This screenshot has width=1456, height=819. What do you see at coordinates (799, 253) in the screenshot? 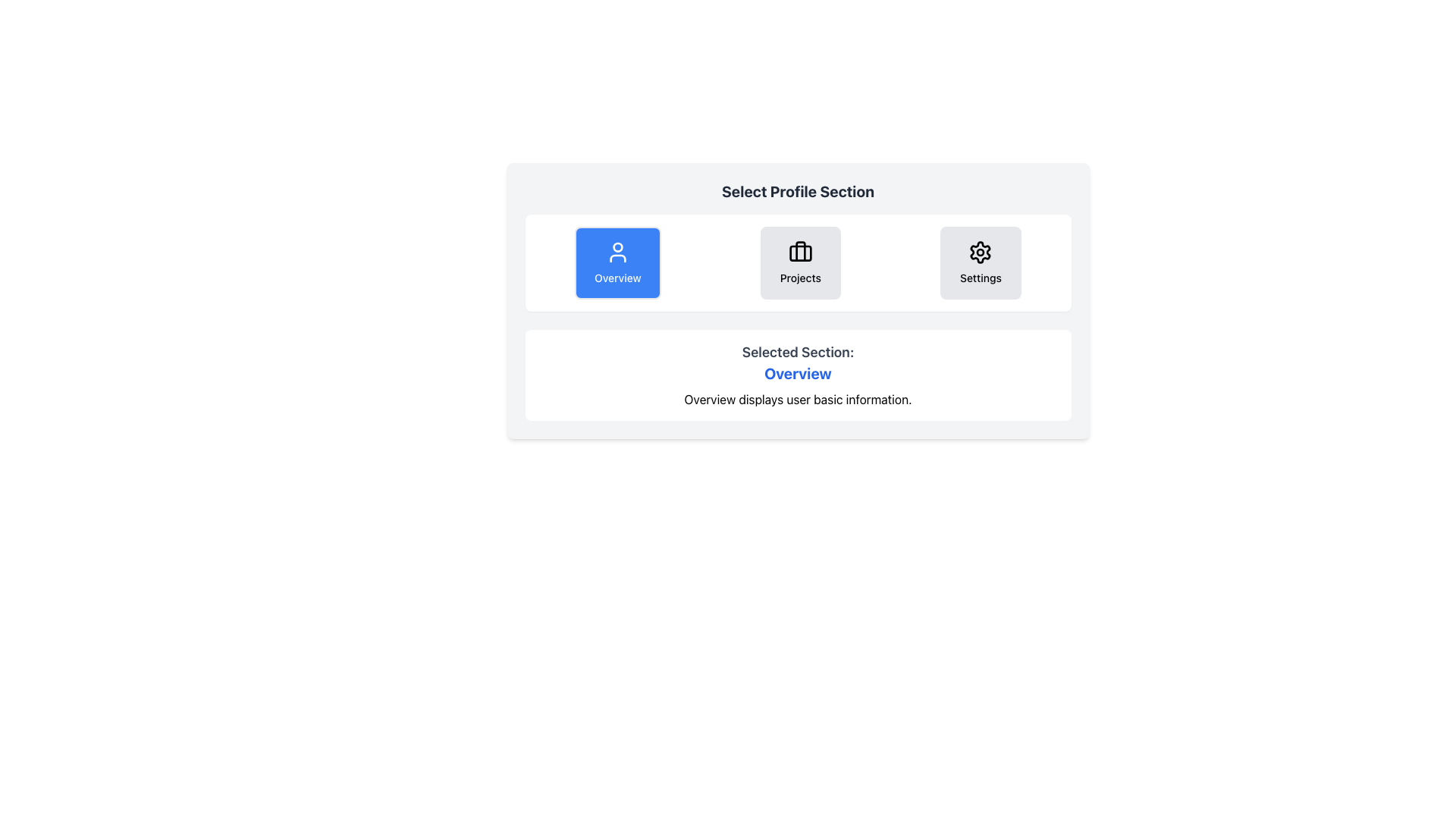
I see `the Decorative Graphic Element, which is a rectangular shape with rounded corners located within the briefcase icon in the 'Projects' section of the profile selector` at bounding box center [799, 253].